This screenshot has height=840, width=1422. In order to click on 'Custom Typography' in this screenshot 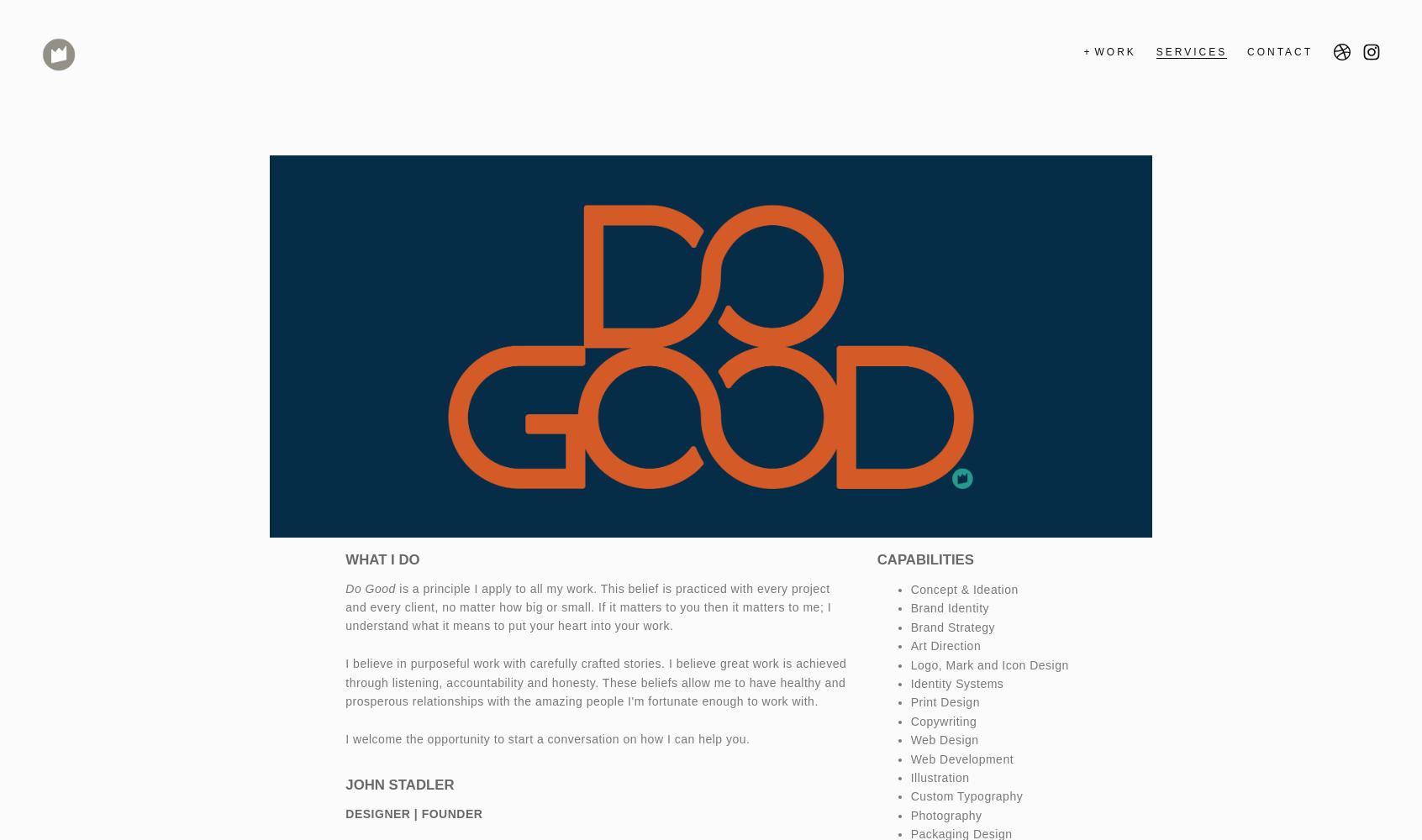, I will do `click(966, 795)`.